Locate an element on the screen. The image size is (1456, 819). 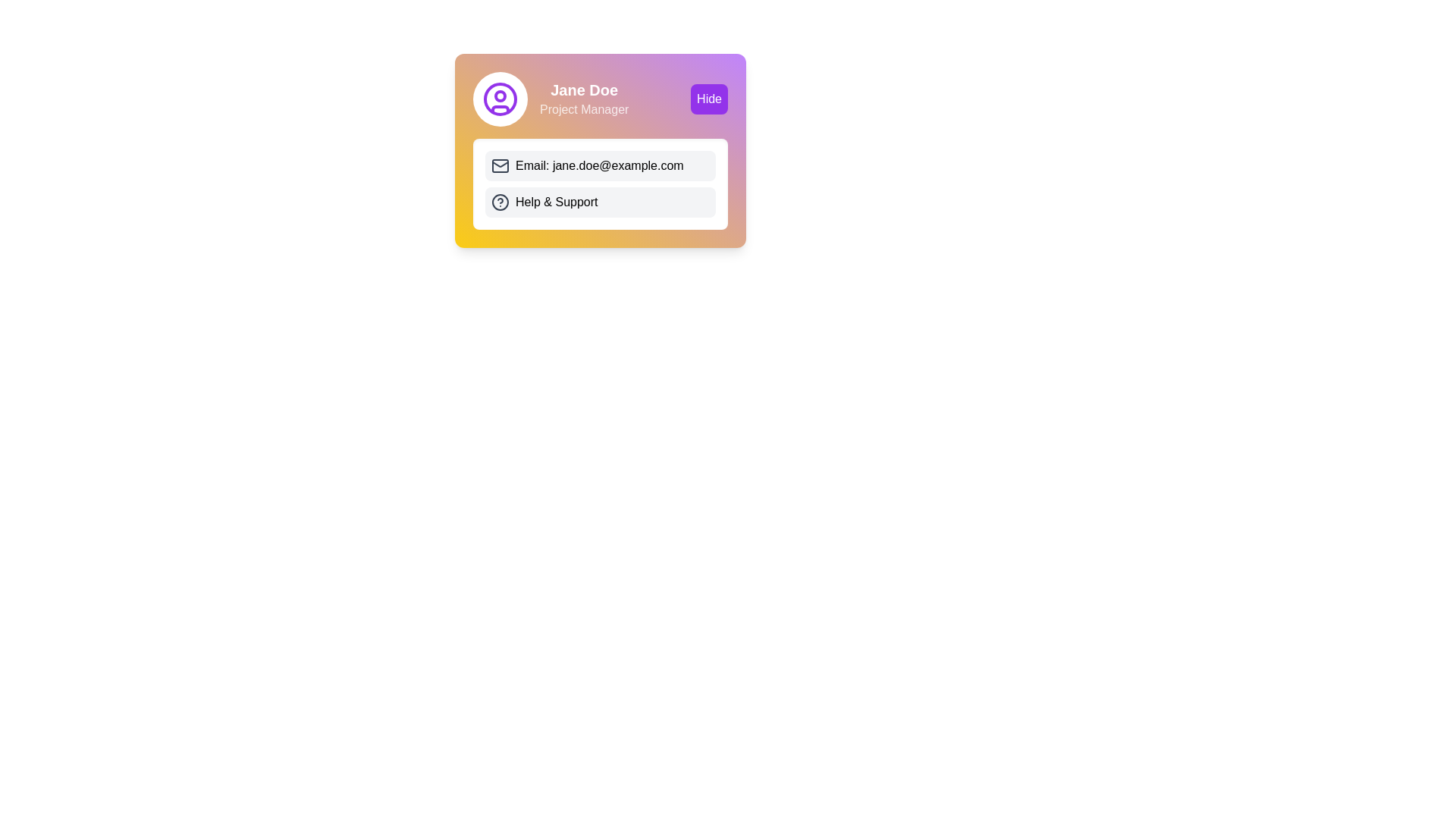
the circular SVG element located near the 'Help & Support' text in the bottom left of the interactive button is located at coordinates (500, 201).